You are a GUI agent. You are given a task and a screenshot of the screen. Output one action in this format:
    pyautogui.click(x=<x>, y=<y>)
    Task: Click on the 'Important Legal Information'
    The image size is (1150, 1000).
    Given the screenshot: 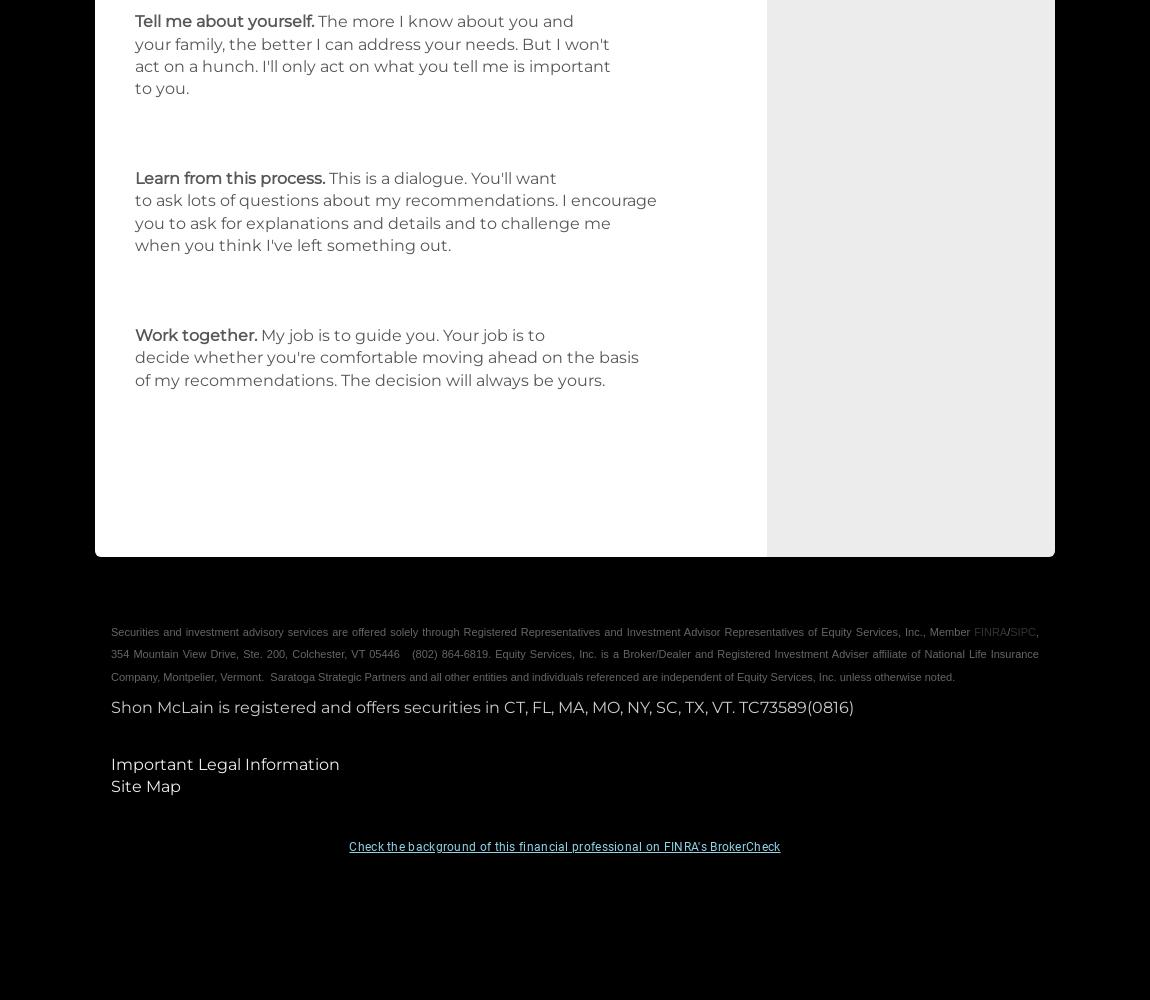 What is the action you would take?
    pyautogui.click(x=224, y=763)
    